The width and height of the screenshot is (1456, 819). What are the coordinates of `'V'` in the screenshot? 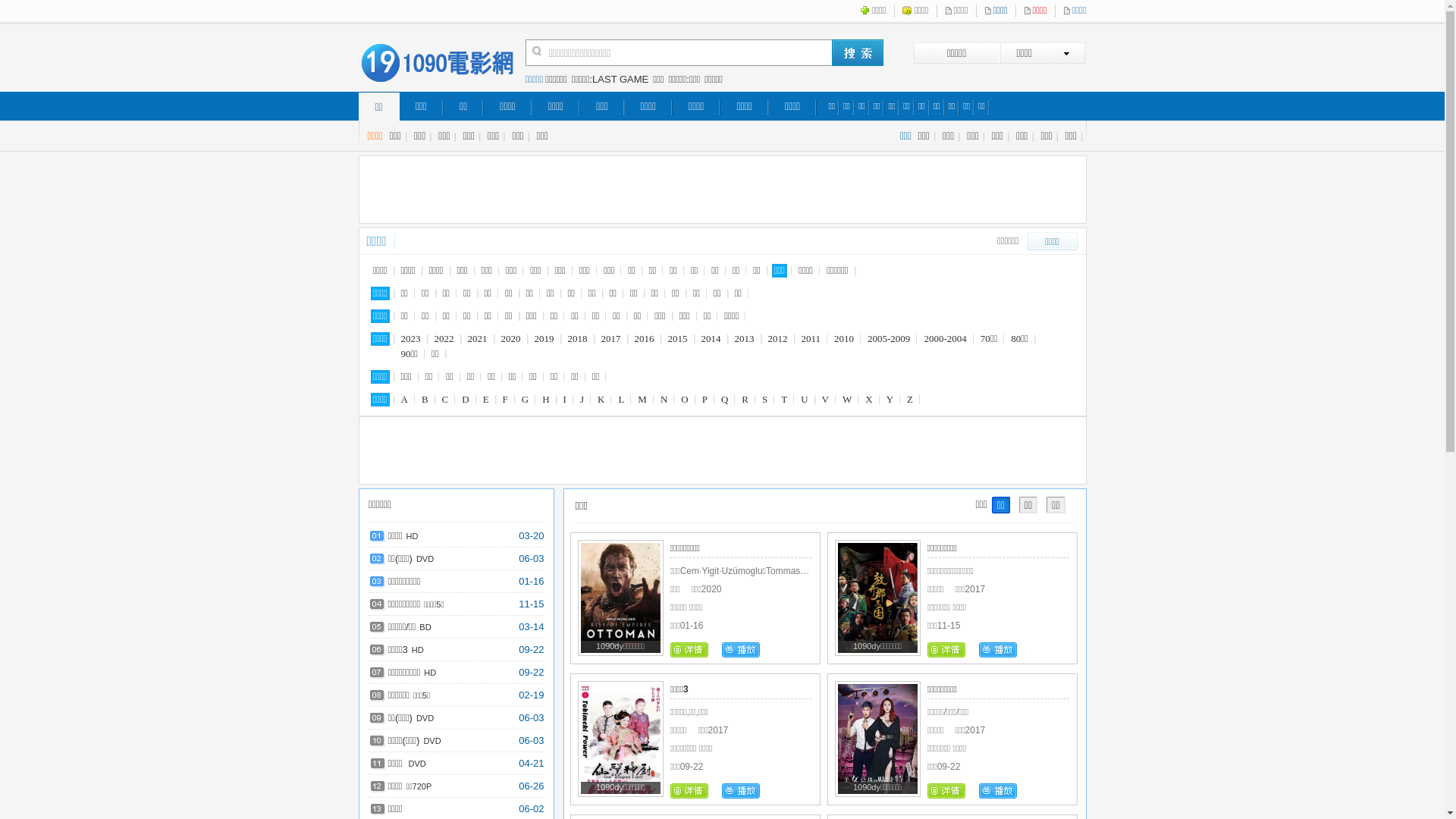 It's located at (818, 399).